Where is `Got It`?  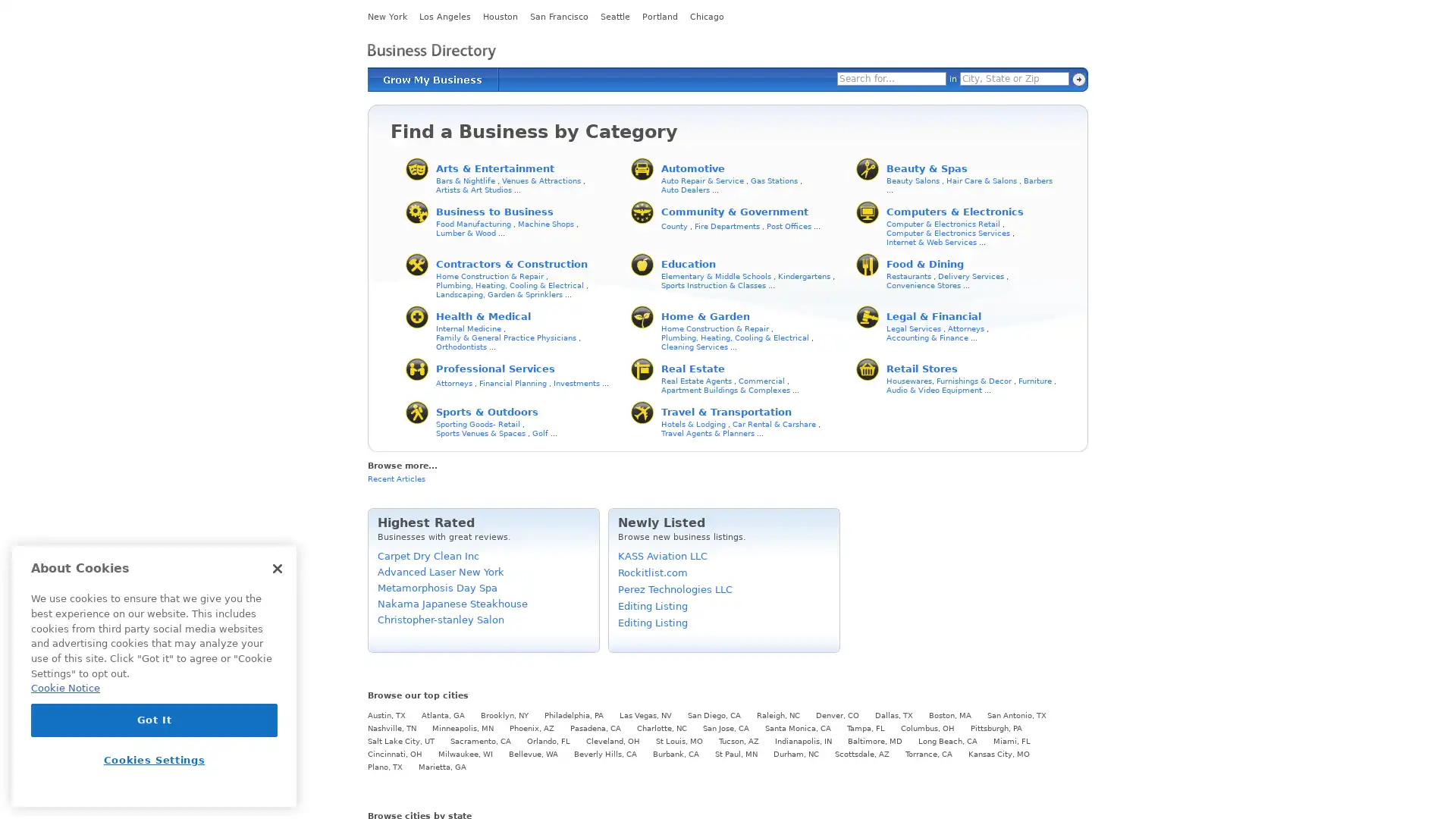
Got It is located at coordinates (154, 719).